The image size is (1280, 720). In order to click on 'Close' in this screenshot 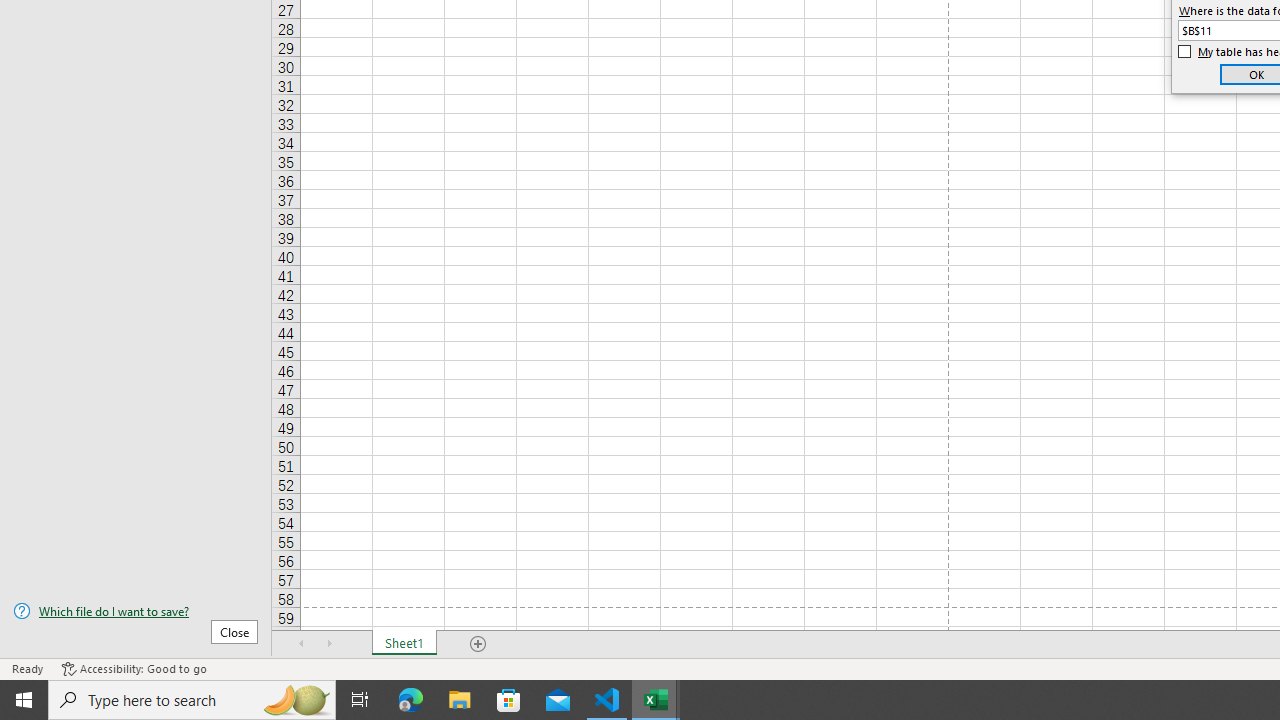, I will do `click(234, 631)`.